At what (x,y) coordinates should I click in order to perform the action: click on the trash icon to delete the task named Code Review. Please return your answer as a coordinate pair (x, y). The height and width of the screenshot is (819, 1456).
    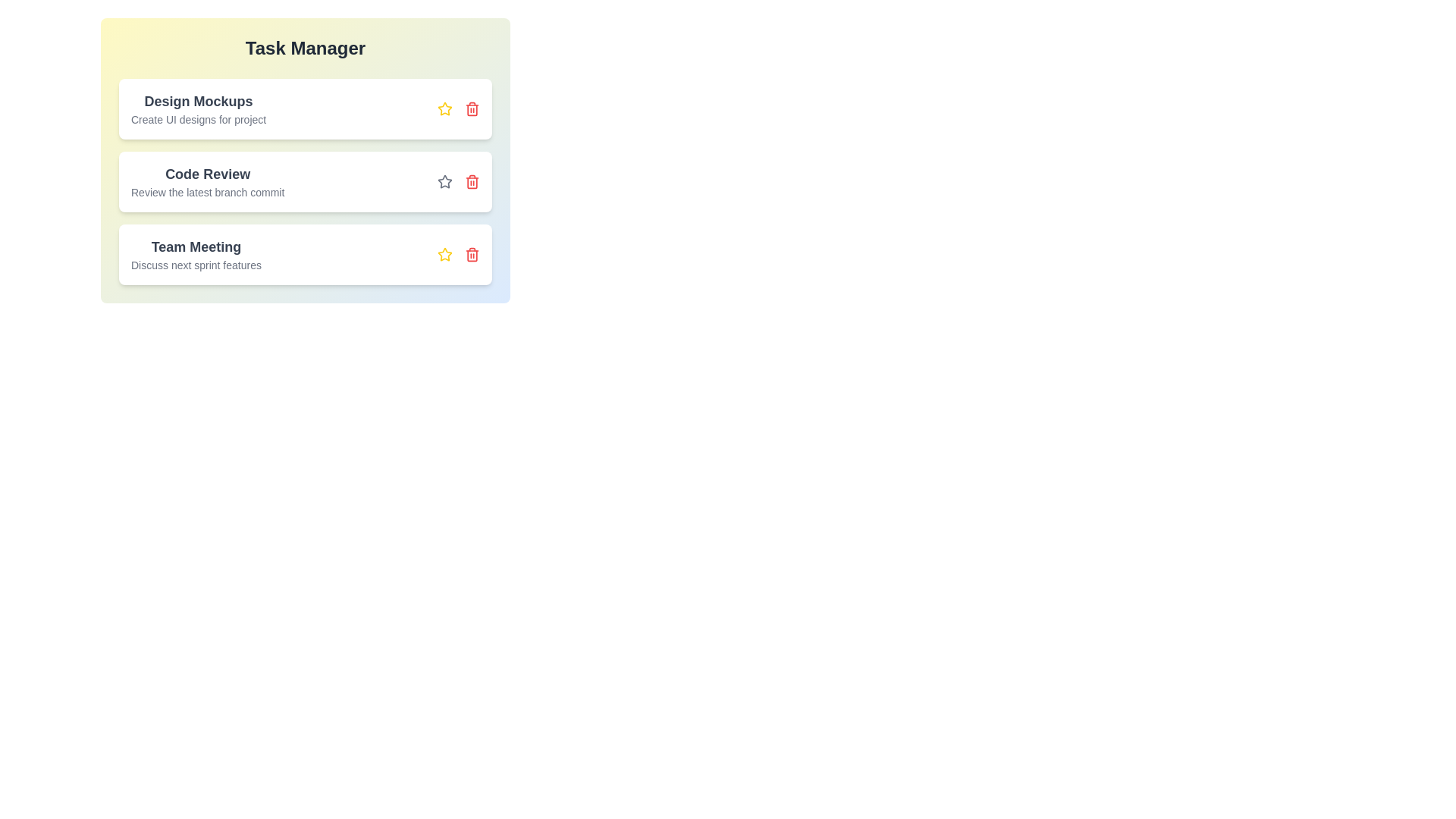
    Looking at the image, I should click on (472, 180).